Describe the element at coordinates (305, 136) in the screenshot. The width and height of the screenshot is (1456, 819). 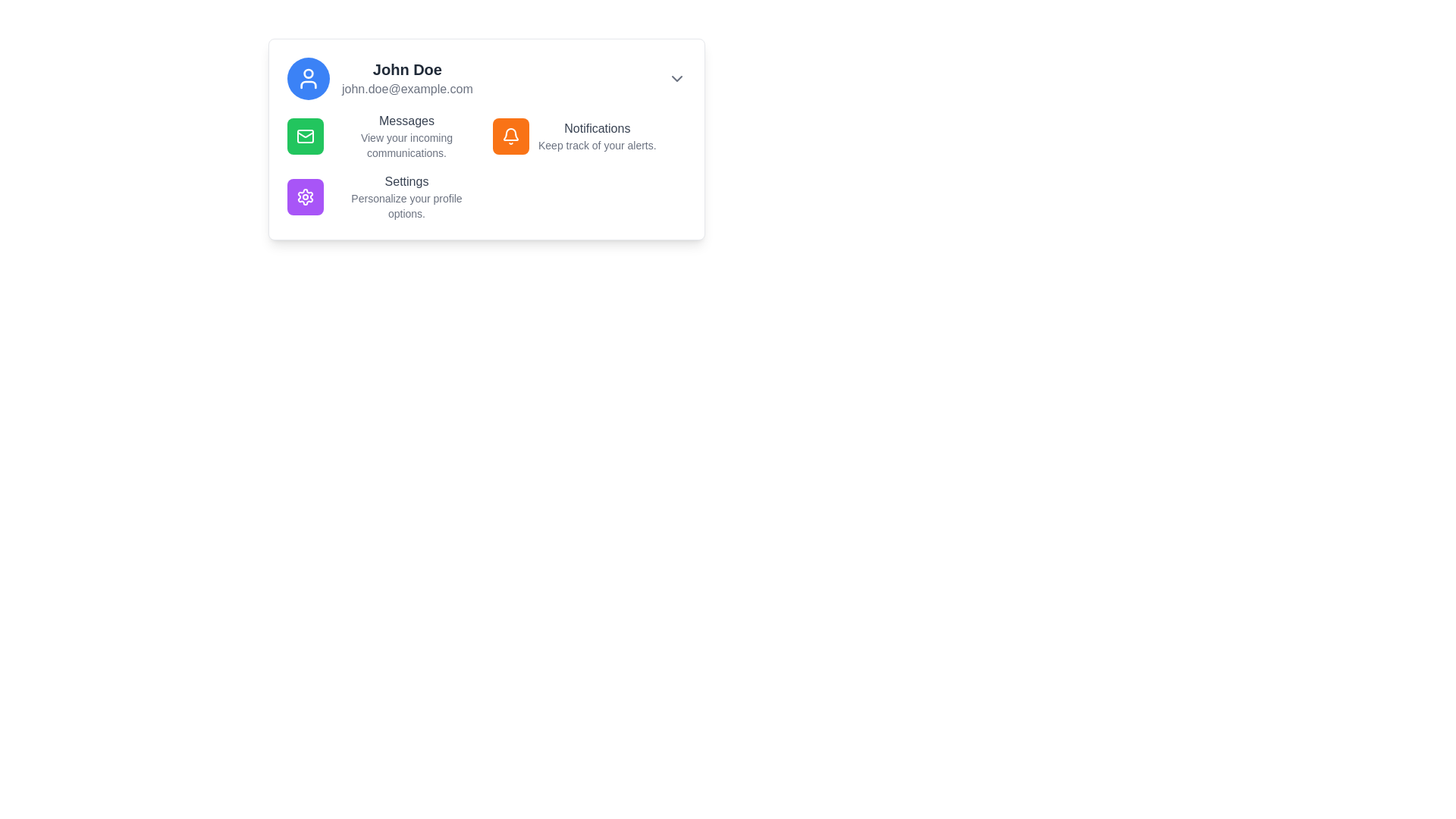
I see `the messaging icon located in the 'Messages' section, which is positioned to the left of the text 'Messages View your incoming communications.'` at that location.